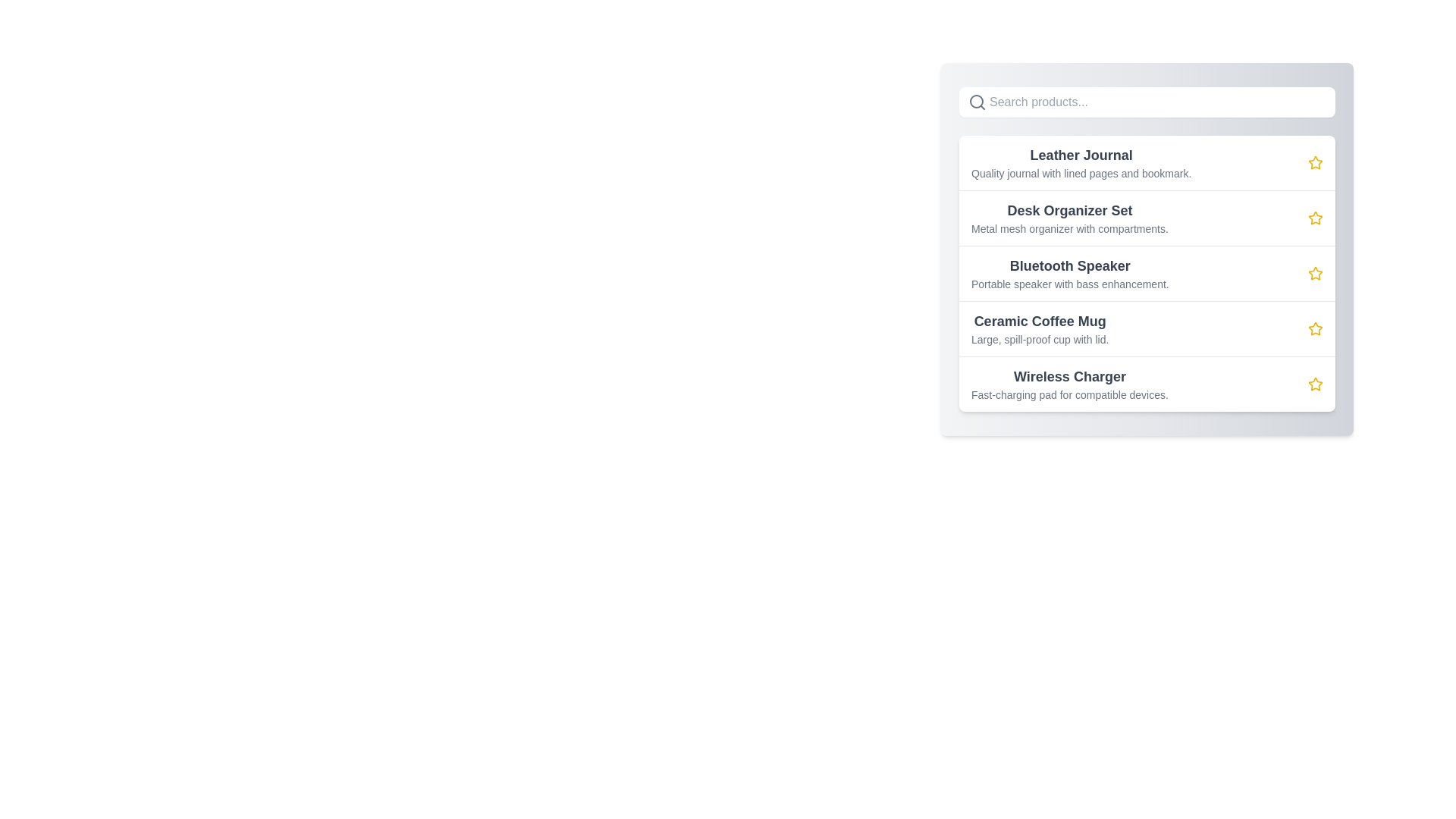 The image size is (1456, 819). Describe the element at coordinates (1069, 394) in the screenshot. I see `the text label that says 'Fast-charging pad for compatible devices.' located below the title 'Wireless Charger' in the item list` at that location.